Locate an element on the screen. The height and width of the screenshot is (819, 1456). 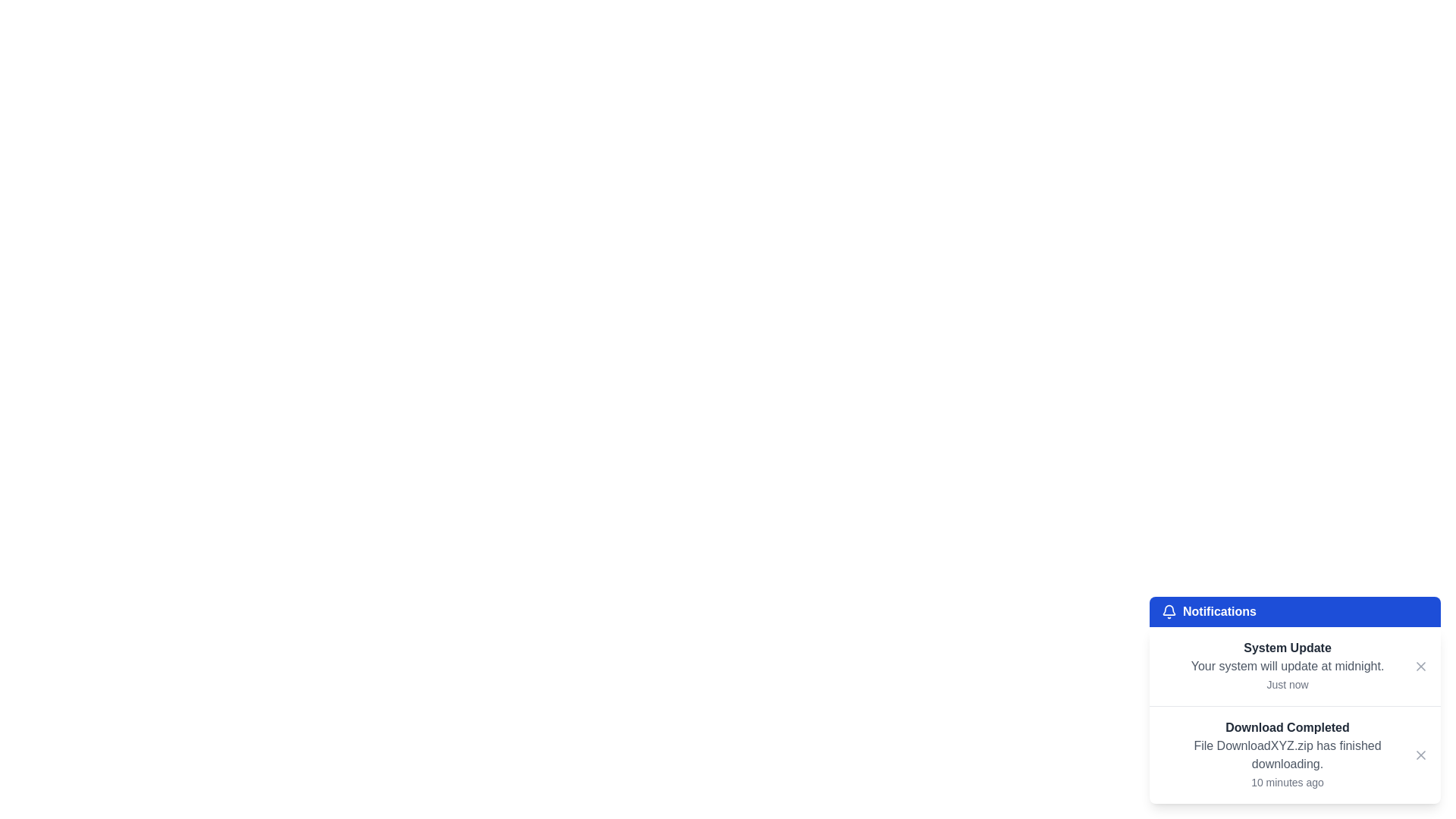
the Cross-shaped close icon located in the top-right corner of the 'System Update' notification is located at coordinates (1420, 666).